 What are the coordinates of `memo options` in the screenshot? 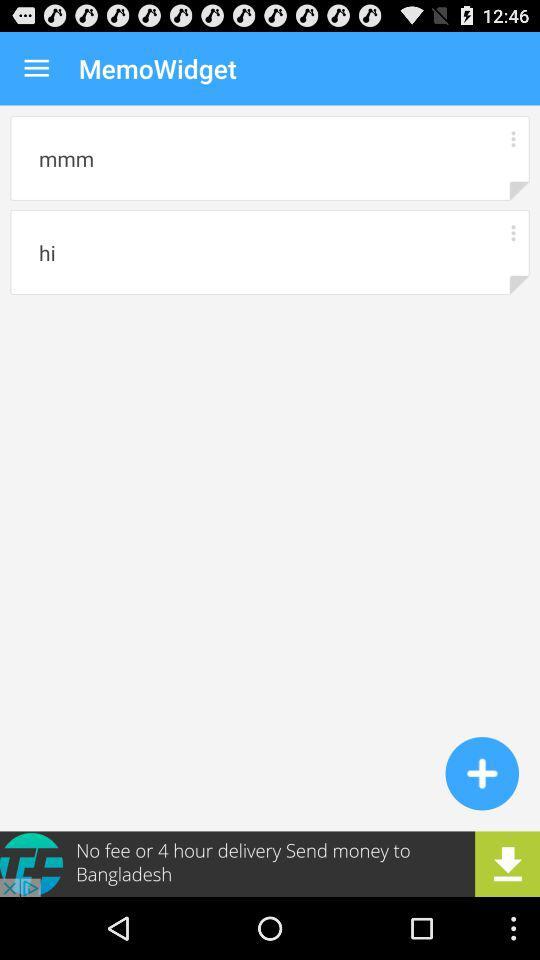 It's located at (513, 232).